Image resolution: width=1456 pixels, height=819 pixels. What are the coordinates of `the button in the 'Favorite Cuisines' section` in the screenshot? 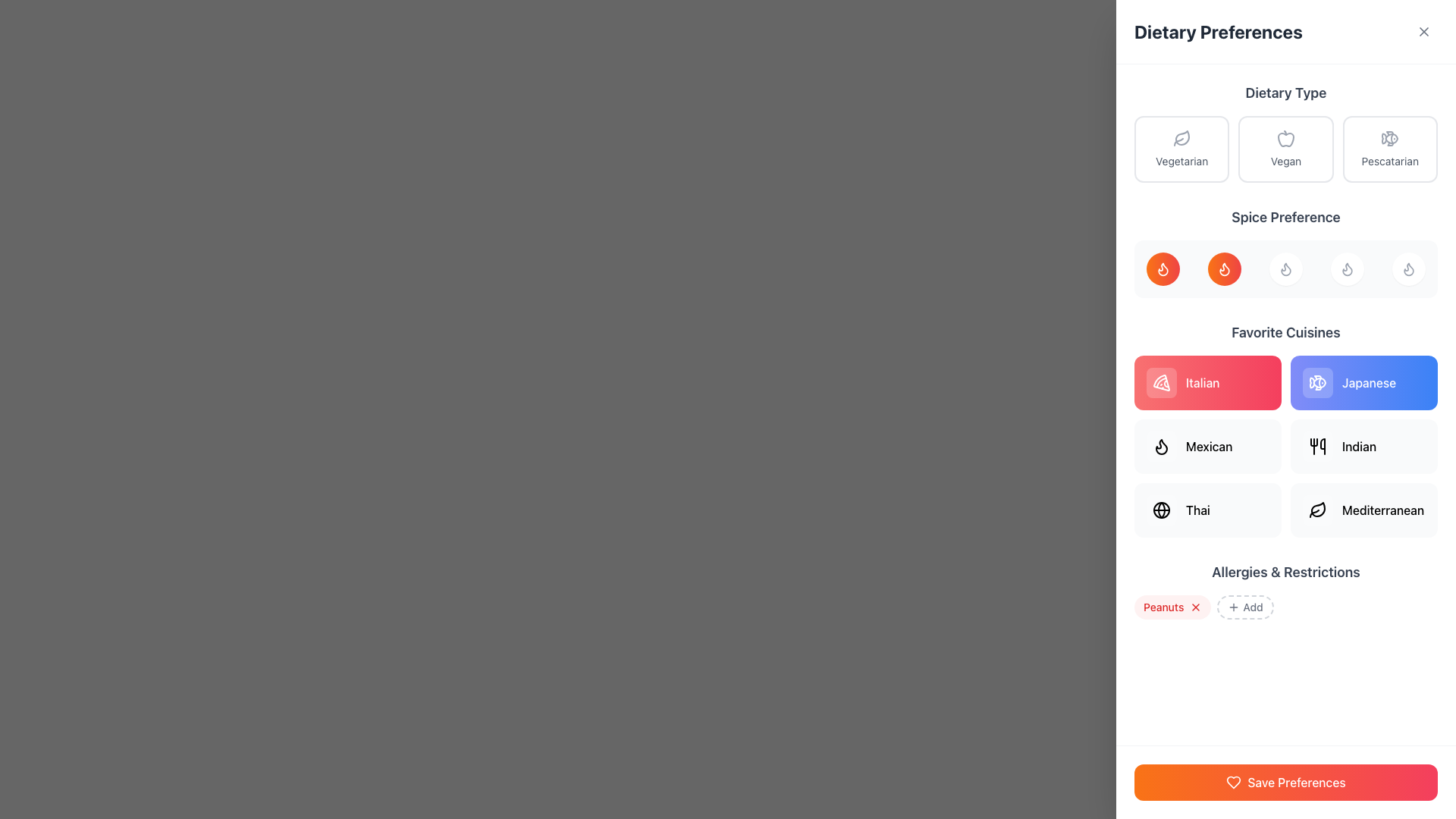 It's located at (1364, 446).